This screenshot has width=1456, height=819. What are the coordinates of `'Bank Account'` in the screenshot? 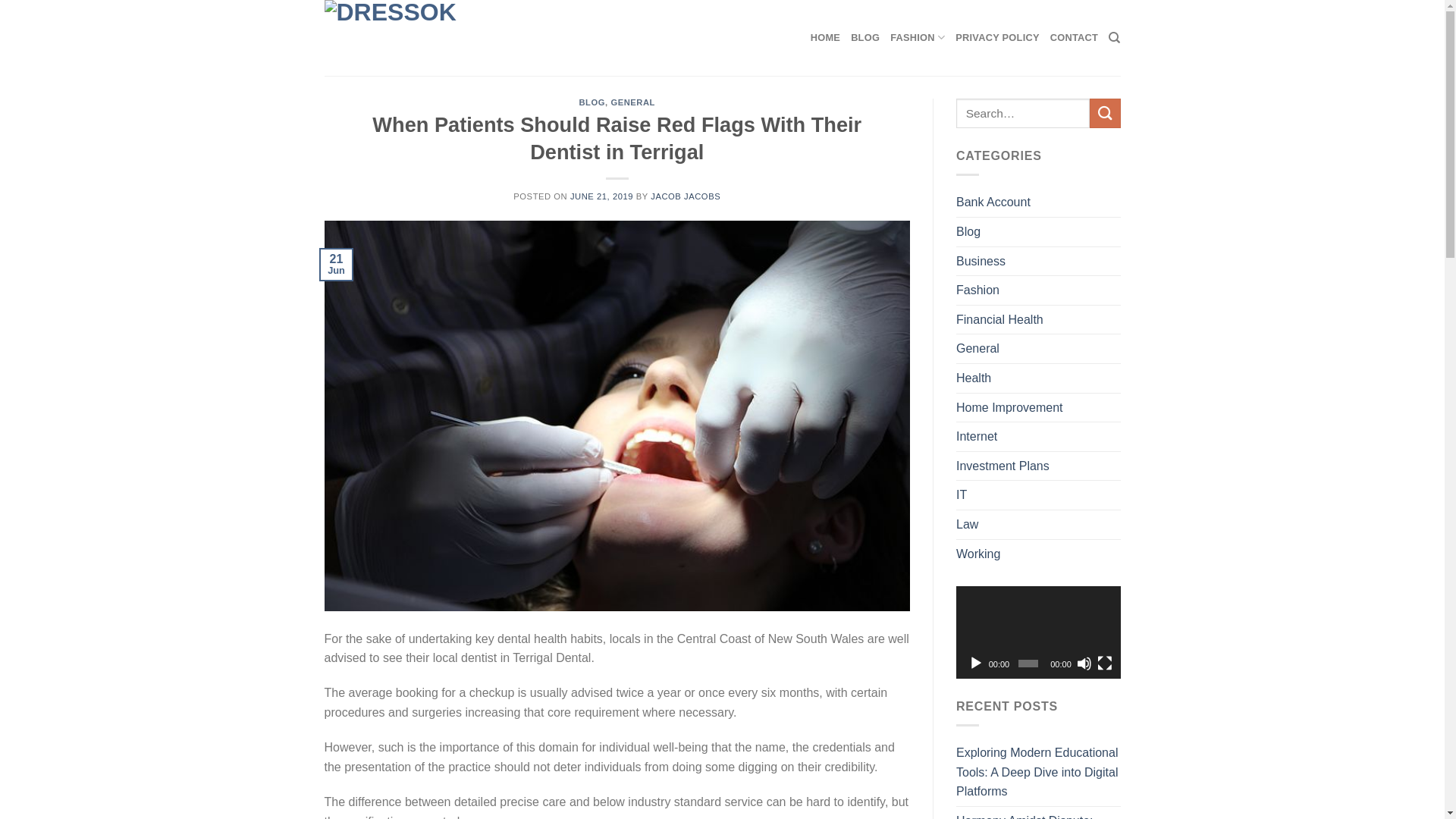 It's located at (993, 201).